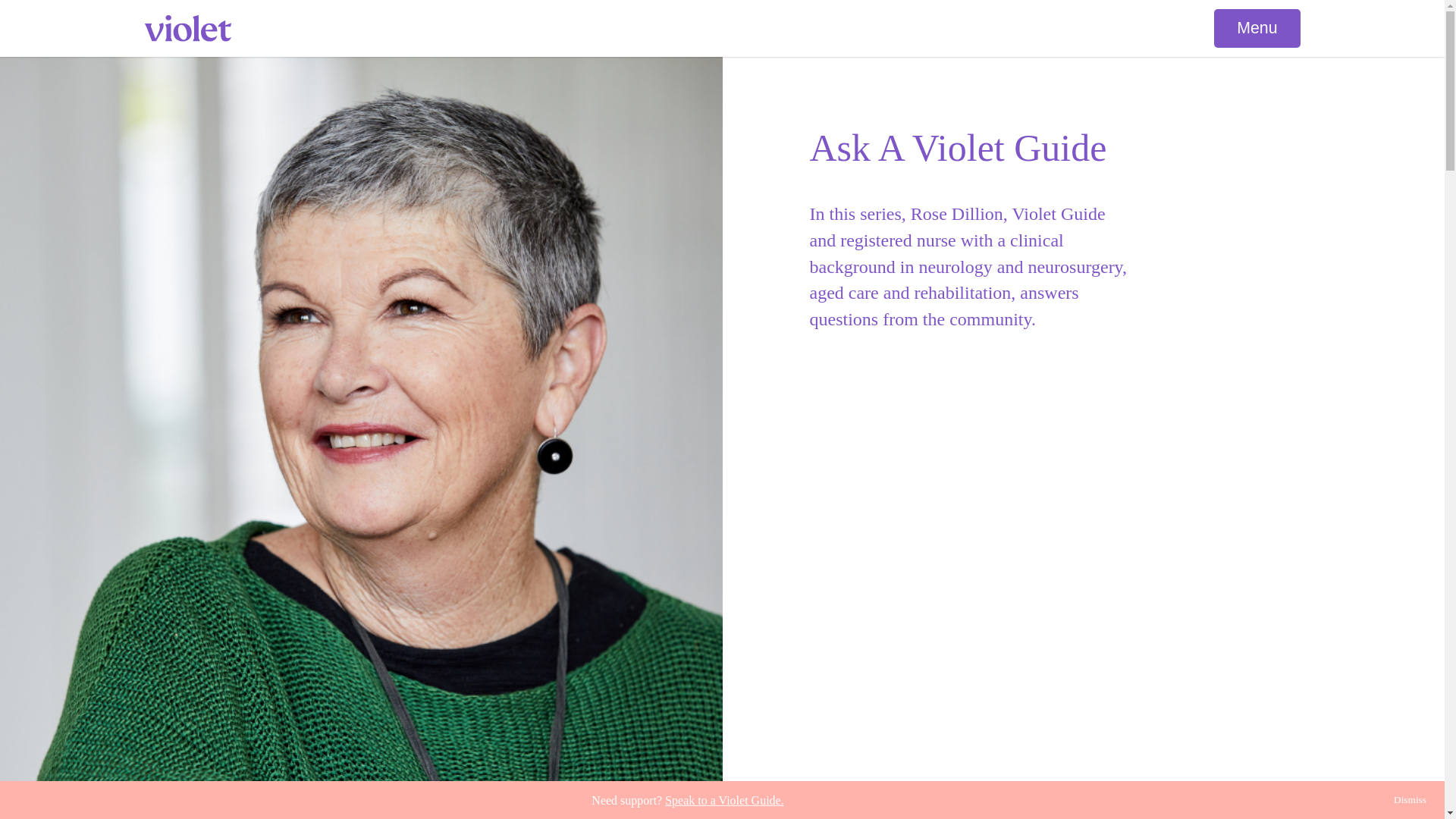 Image resolution: width=1456 pixels, height=819 pixels. What do you see at coordinates (186, 28) in the screenshot?
I see `'Violet logo'` at bounding box center [186, 28].